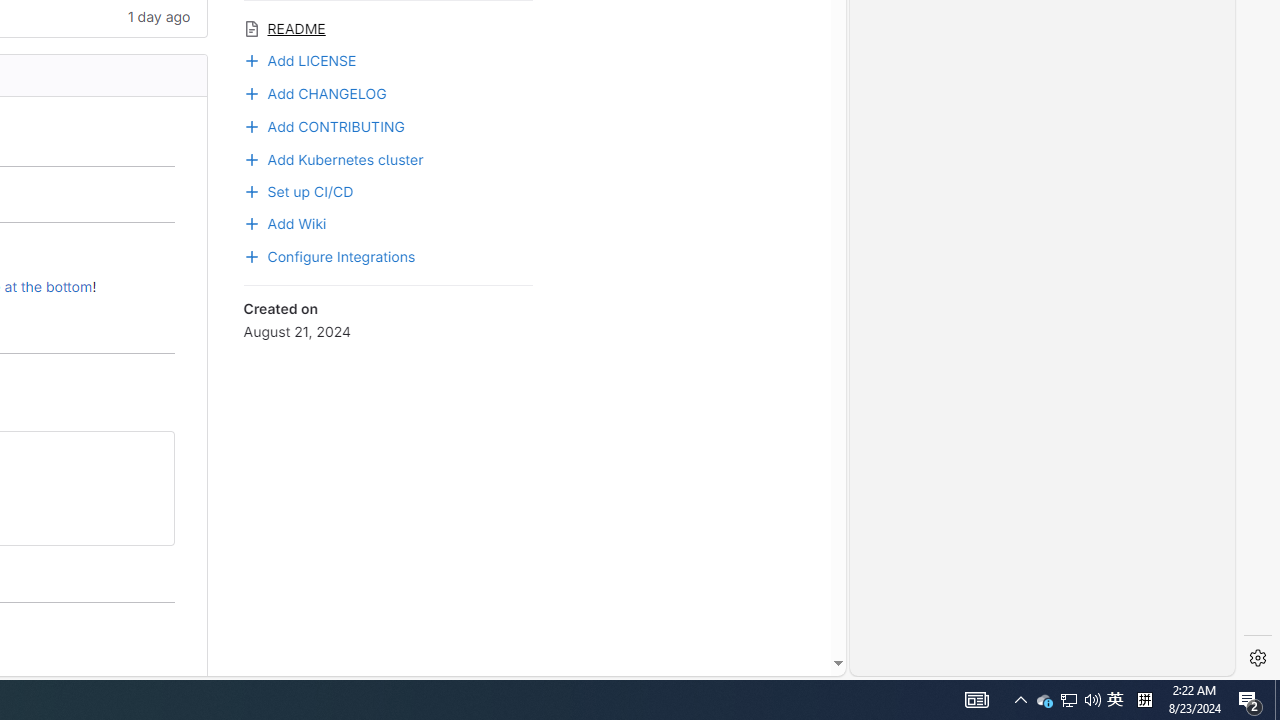 The image size is (1280, 720). Describe the element at coordinates (333, 157) in the screenshot. I see `'Add Kubernetes cluster'` at that location.